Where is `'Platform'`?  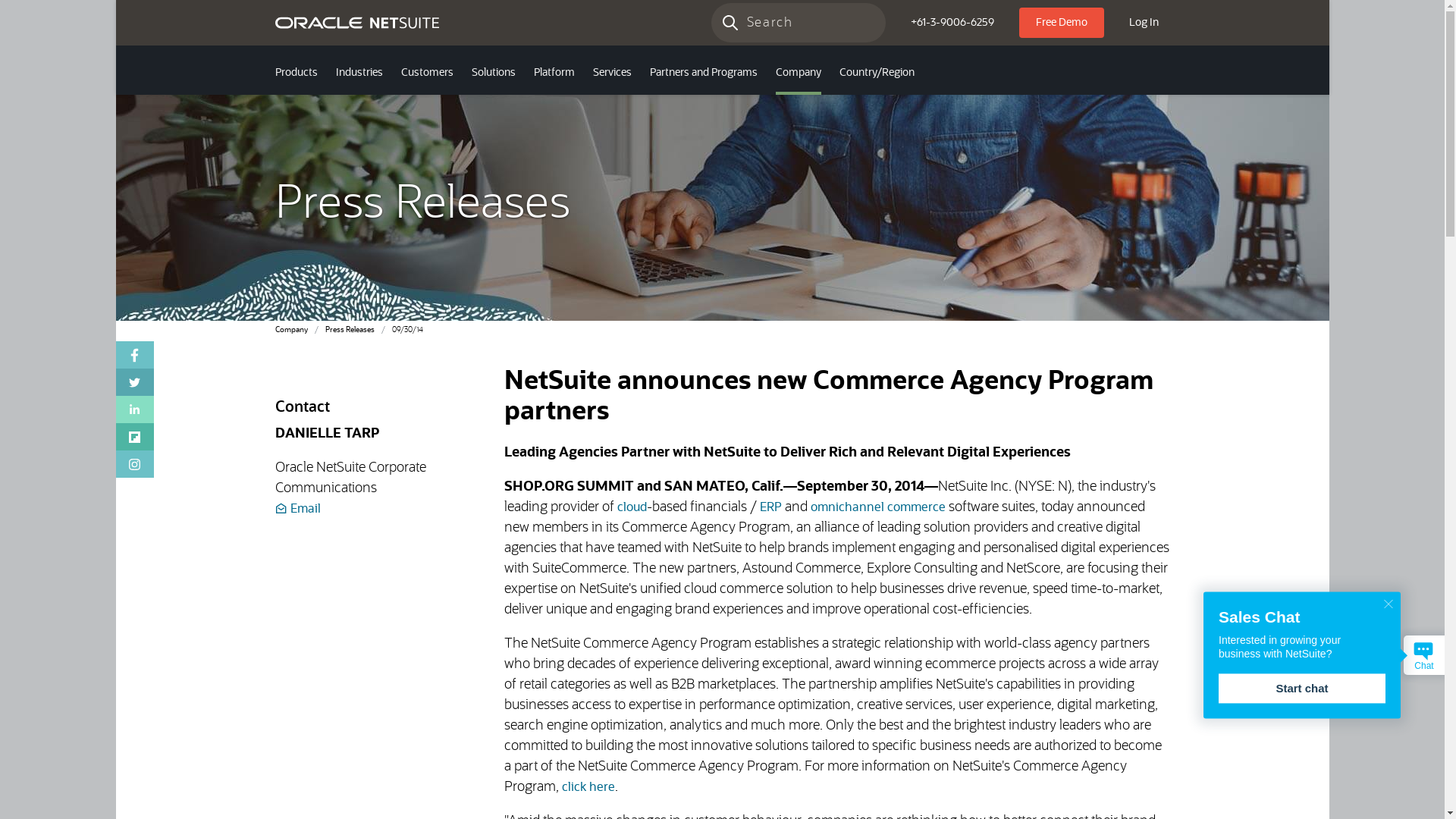 'Platform' is located at coordinates (553, 74).